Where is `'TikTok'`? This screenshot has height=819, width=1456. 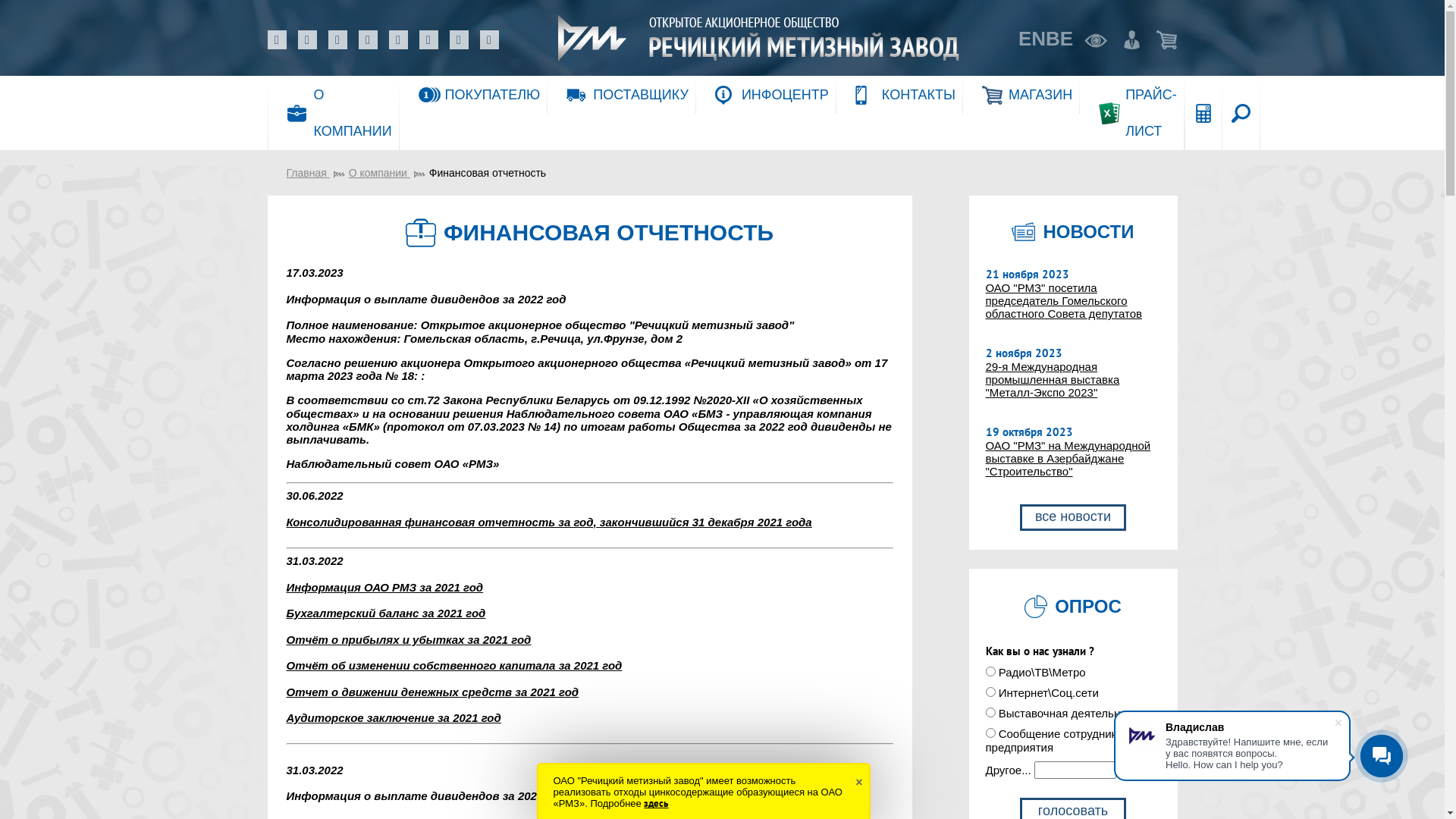
'TikTok' is located at coordinates (427, 39).